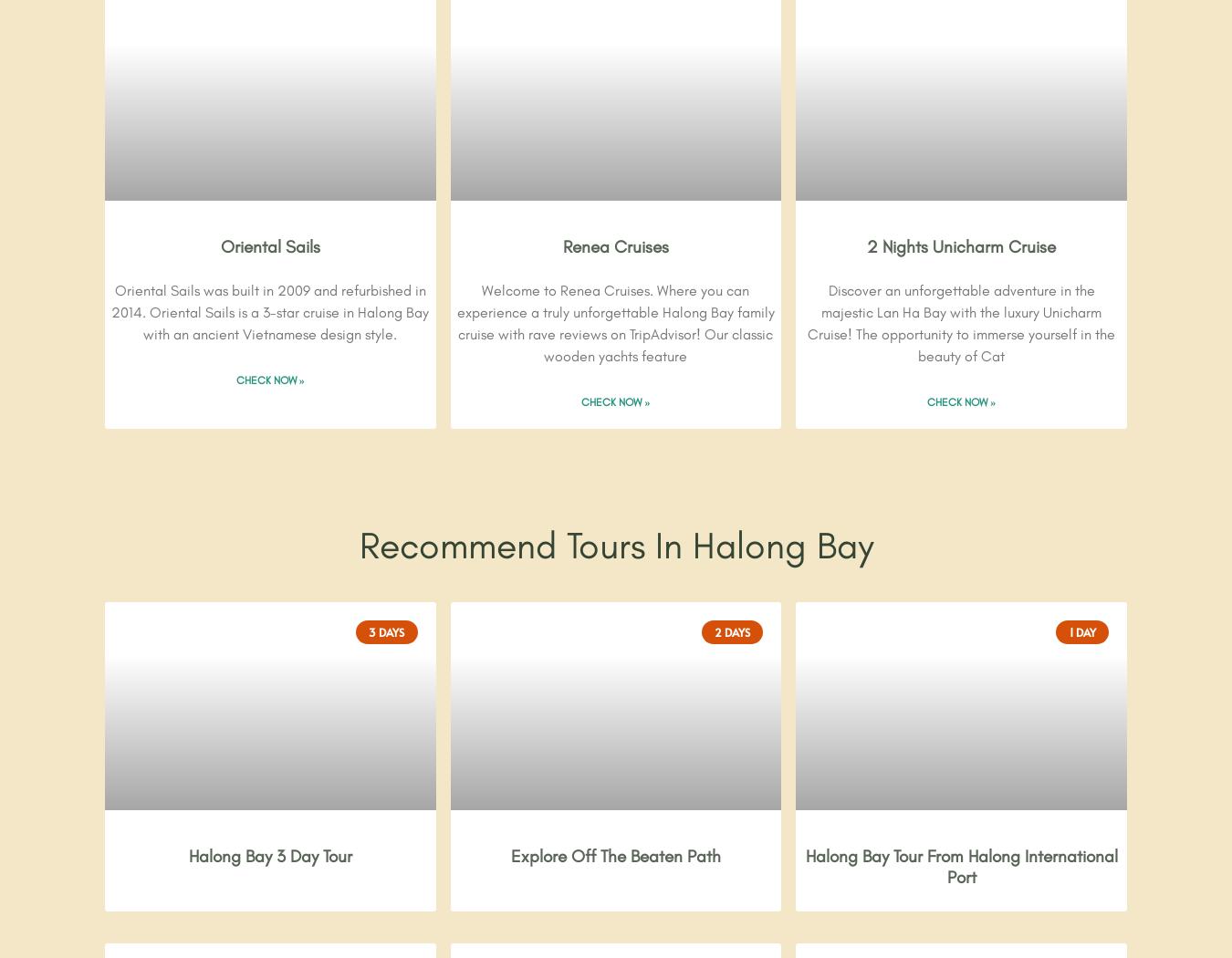 The image size is (1232, 958). What do you see at coordinates (961, 866) in the screenshot?
I see `'Halong Bay Tour From Halong International Port'` at bounding box center [961, 866].